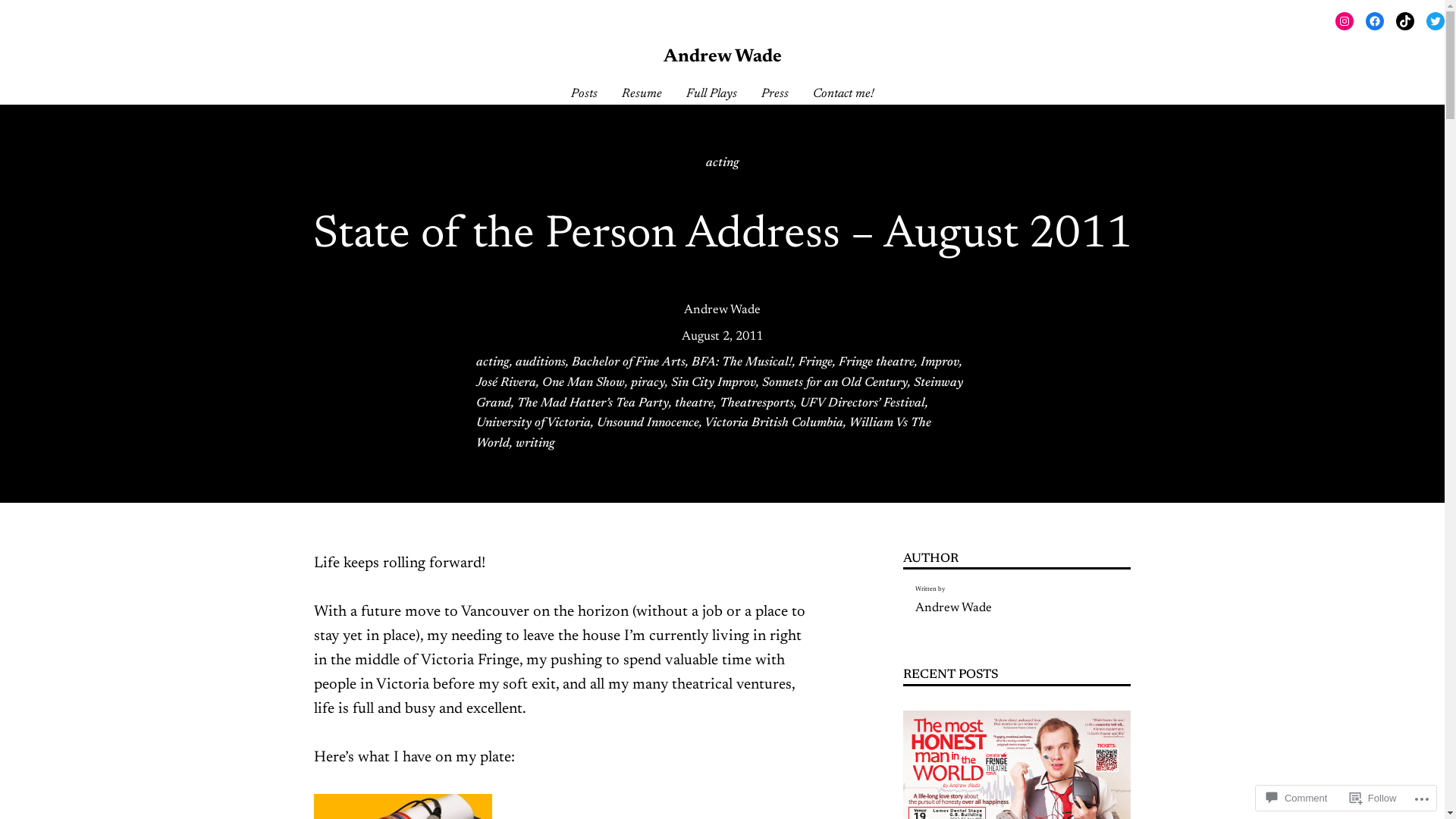  Describe the element at coordinates (492, 362) in the screenshot. I see `'acting'` at that location.